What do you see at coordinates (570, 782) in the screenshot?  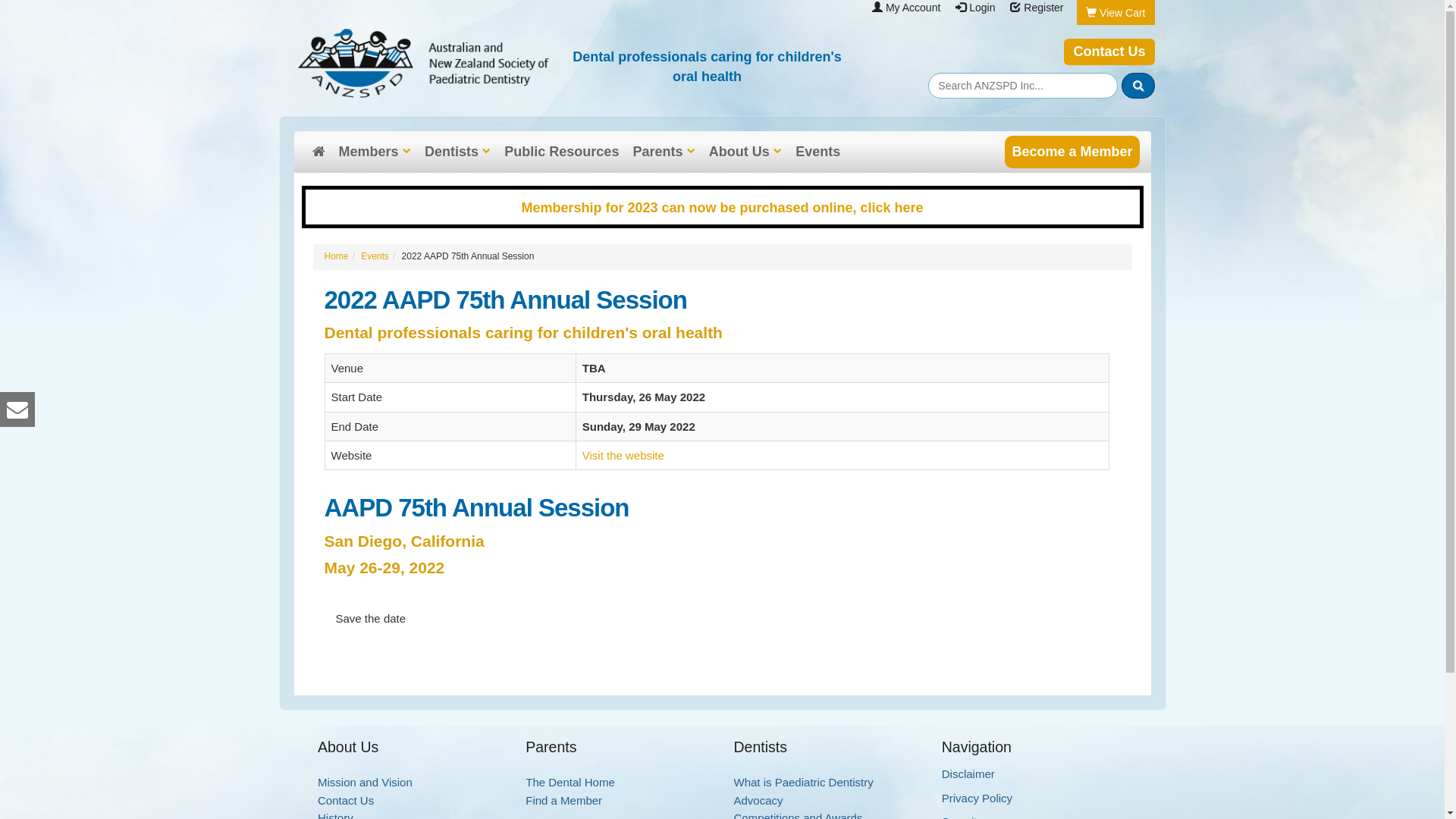 I see `'The Dental Home'` at bounding box center [570, 782].